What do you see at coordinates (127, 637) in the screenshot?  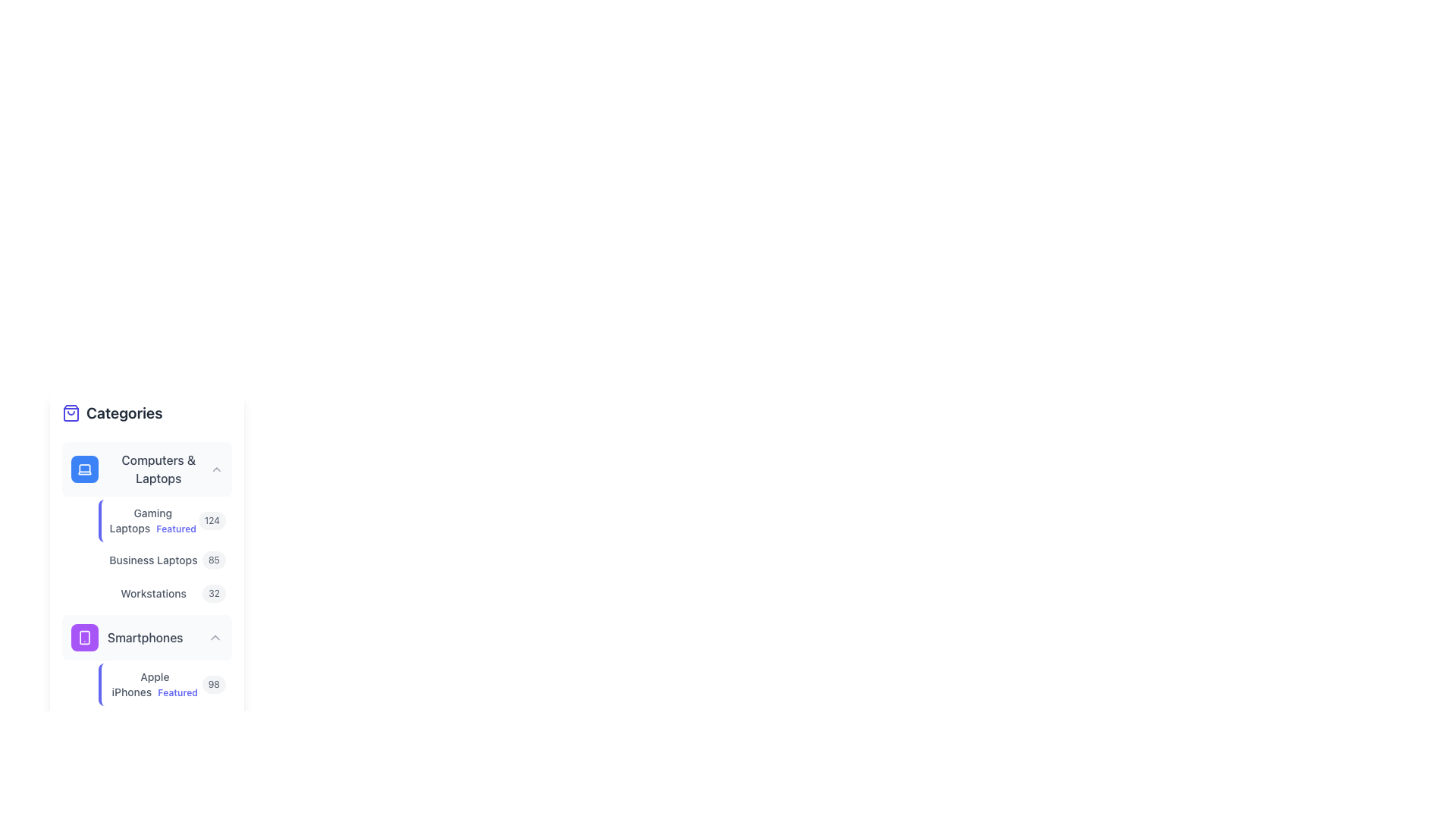 I see `the 'Smartphones' label with icon in the navigation menu, which is located as the secondary item under the 'Categories' section of the sidebar, below 'Computers & Laptops' and above 'Apple iPhones'` at bounding box center [127, 637].